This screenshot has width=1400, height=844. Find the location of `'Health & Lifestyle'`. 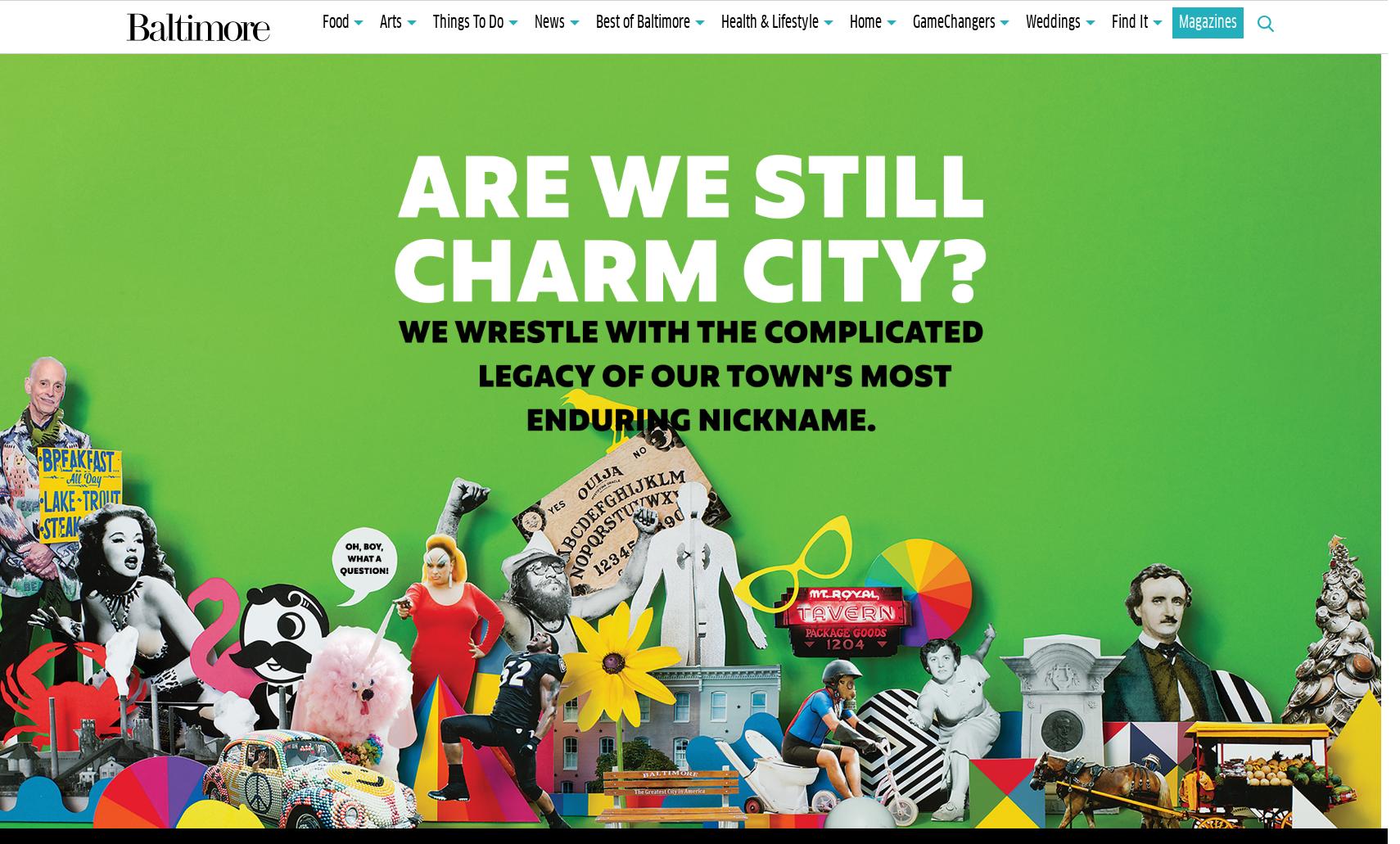

'Health & Lifestyle' is located at coordinates (719, 23).